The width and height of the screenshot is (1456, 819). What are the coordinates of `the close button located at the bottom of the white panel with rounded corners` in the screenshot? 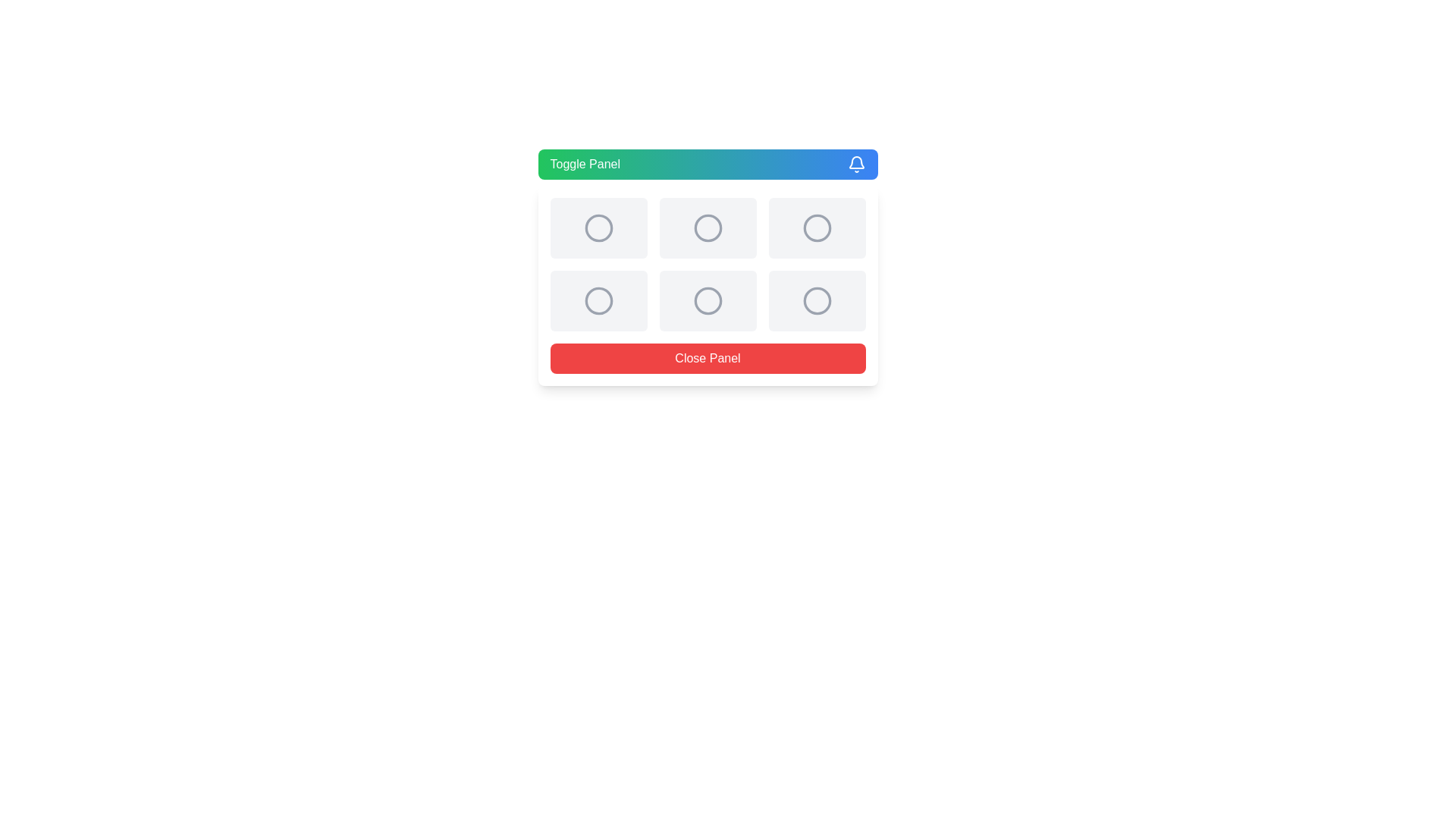 It's located at (707, 359).